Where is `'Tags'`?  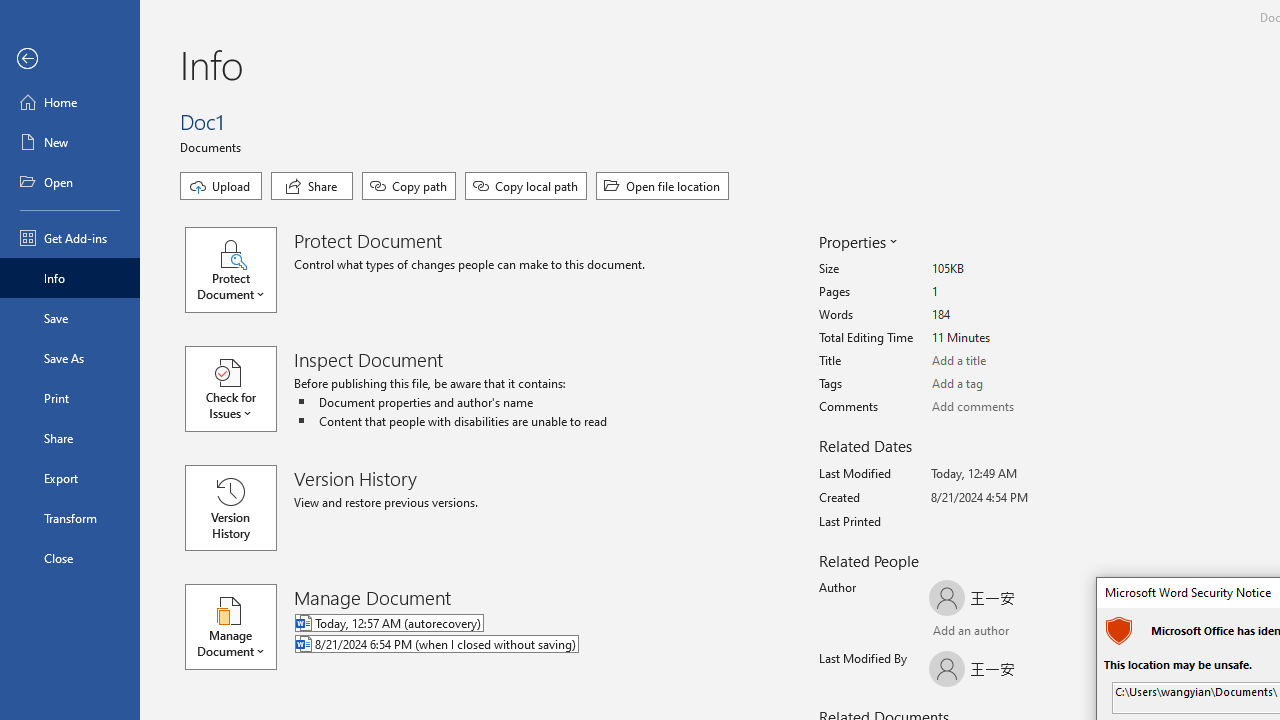 'Tags' is located at coordinates (1006, 384).